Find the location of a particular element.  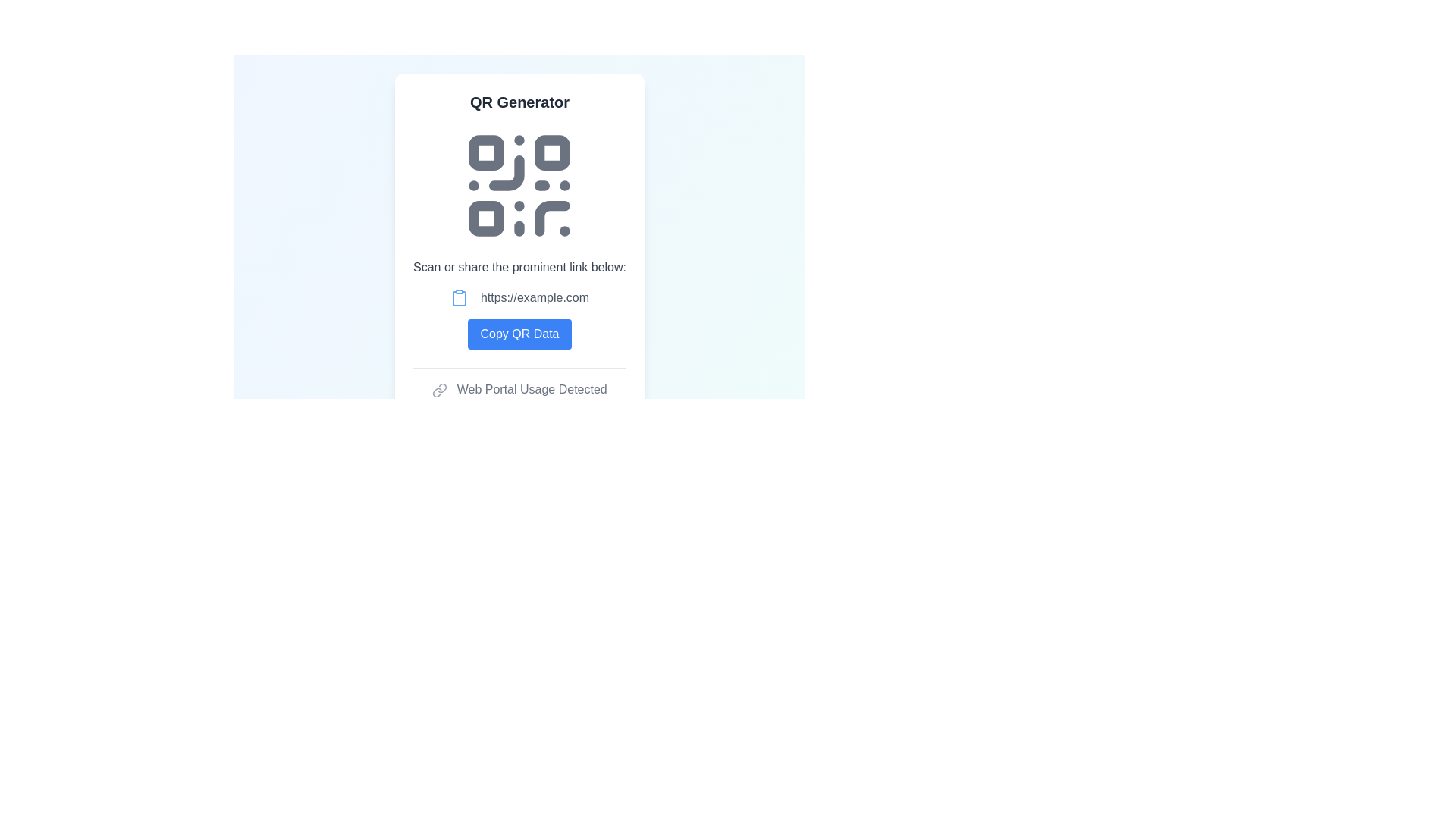

the text display area for a URL that is located below the label 'Scan or share the prominent link below:' and above the 'Copy QR Data' button is located at coordinates (519, 298).